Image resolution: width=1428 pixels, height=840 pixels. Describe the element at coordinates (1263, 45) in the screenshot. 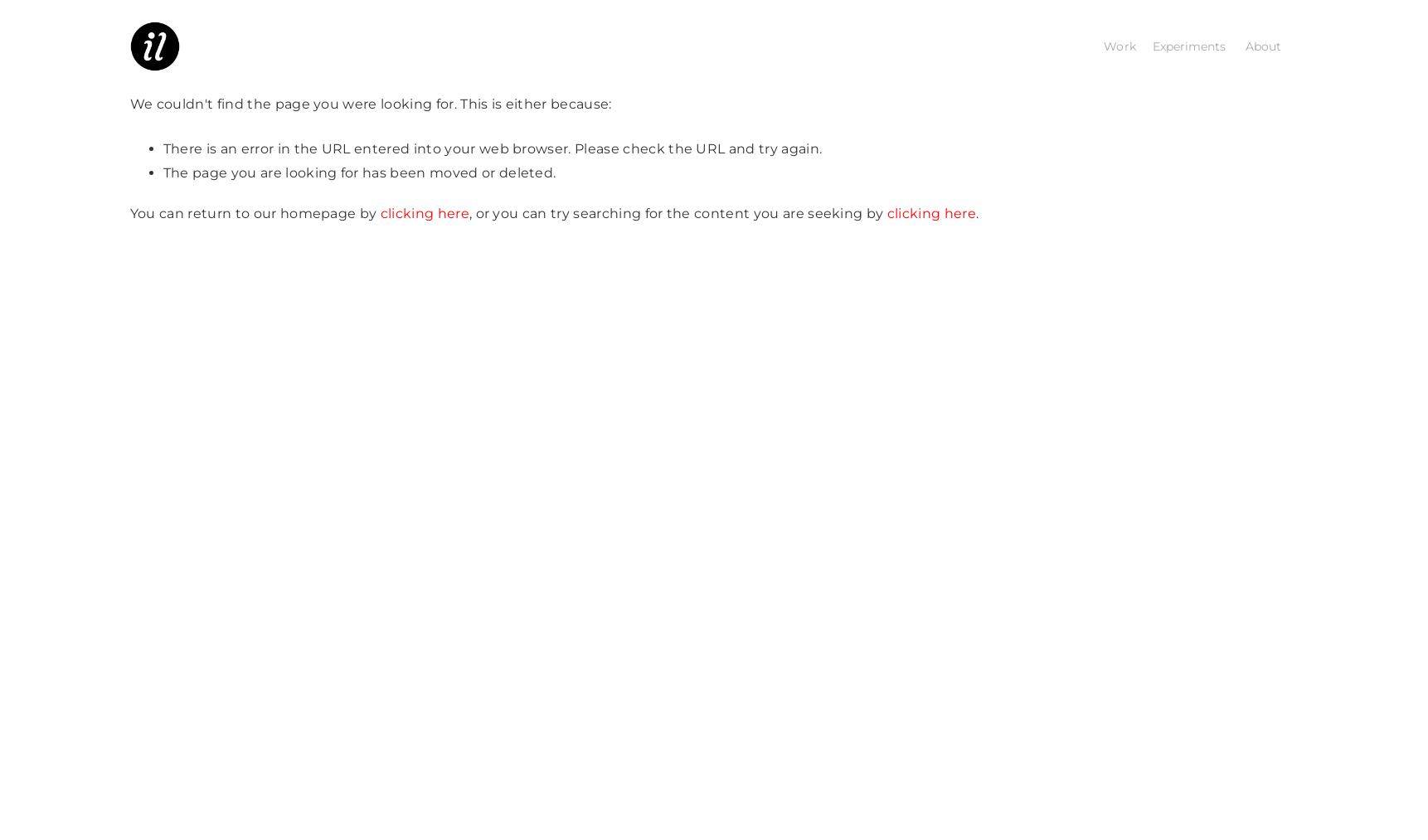

I see `'About'` at that location.